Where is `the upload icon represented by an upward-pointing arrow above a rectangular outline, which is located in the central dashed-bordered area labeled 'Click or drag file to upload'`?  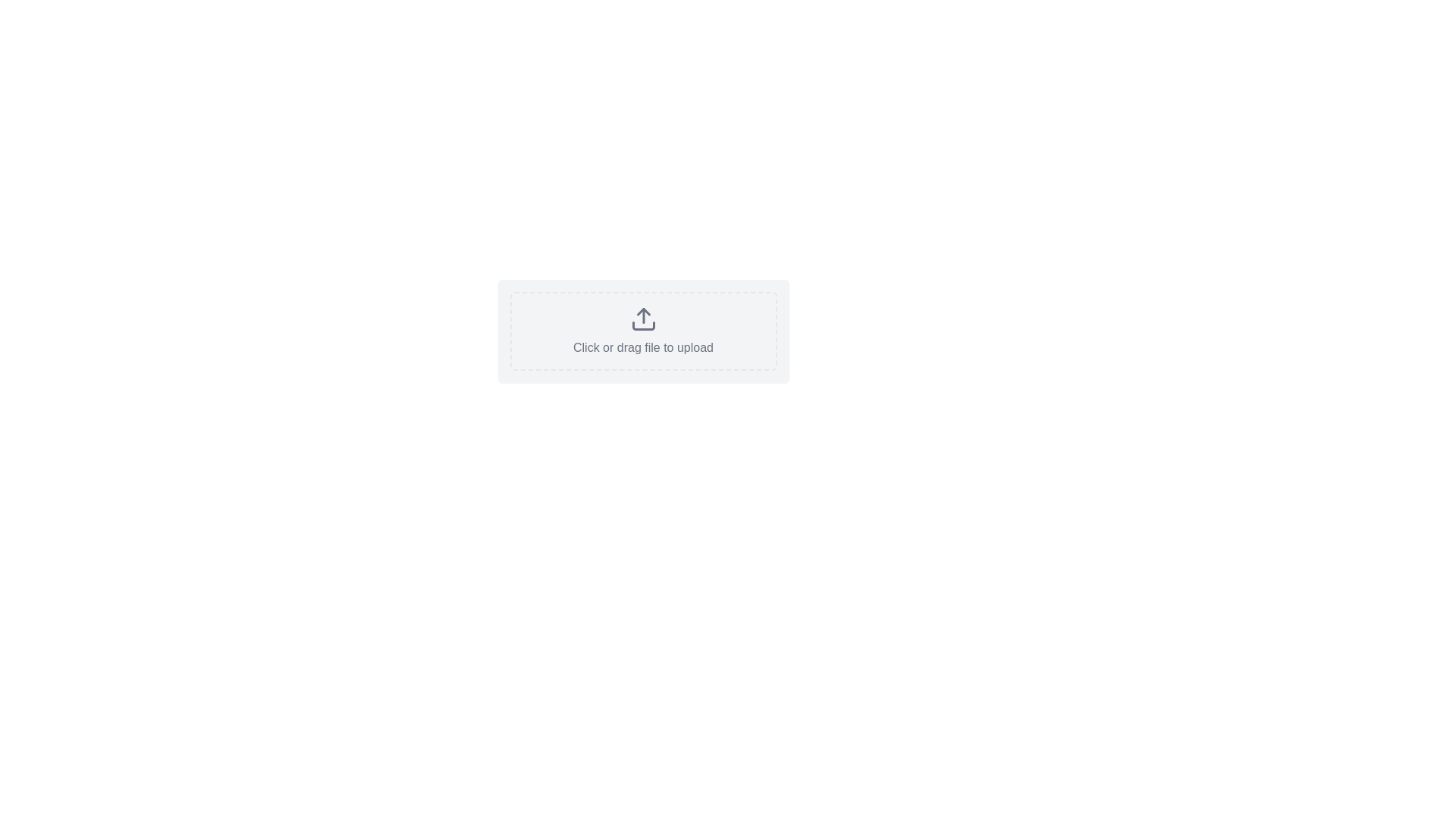 the upload icon represented by an upward-pointing arrow above a rectangular outline, which is located in the central dashed-bordered area labeled 'Click or drag file to upload' is located at coordinates (643, 318).